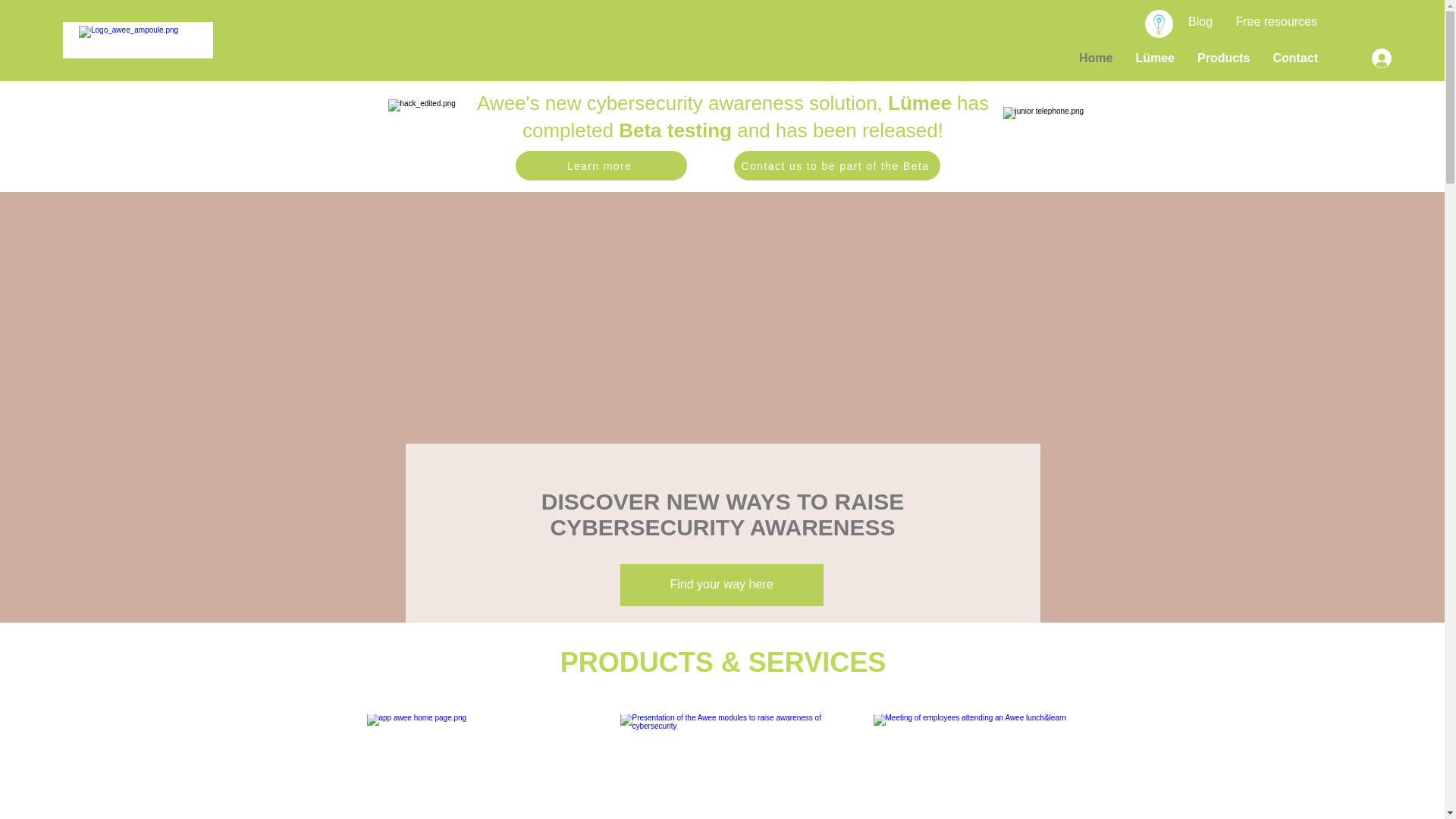 Image resolution: width=1456 pixels, height=819 pixels. Describe the element at coordinates (720, 584) in the screenshot. I see `'Find your way here'` at that location.